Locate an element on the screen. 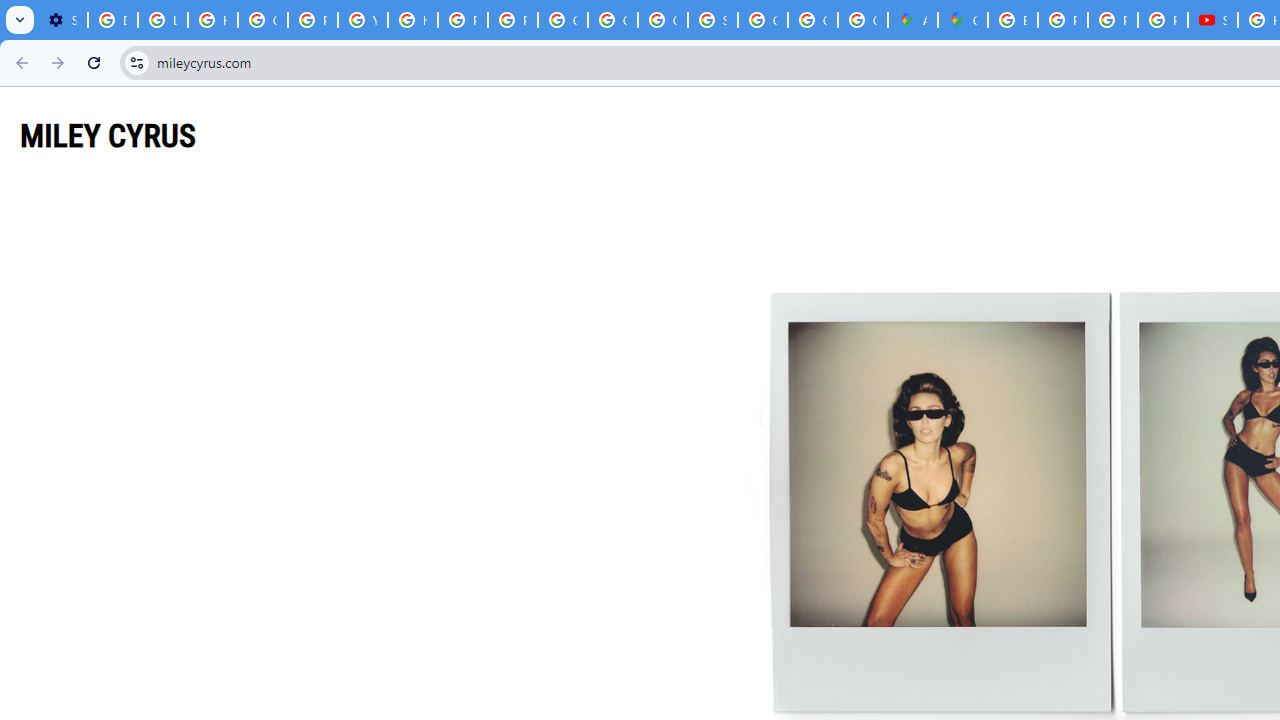 This screenshot has height=720, width=1280. 'YouTube' is located at coordinates (362, 20).